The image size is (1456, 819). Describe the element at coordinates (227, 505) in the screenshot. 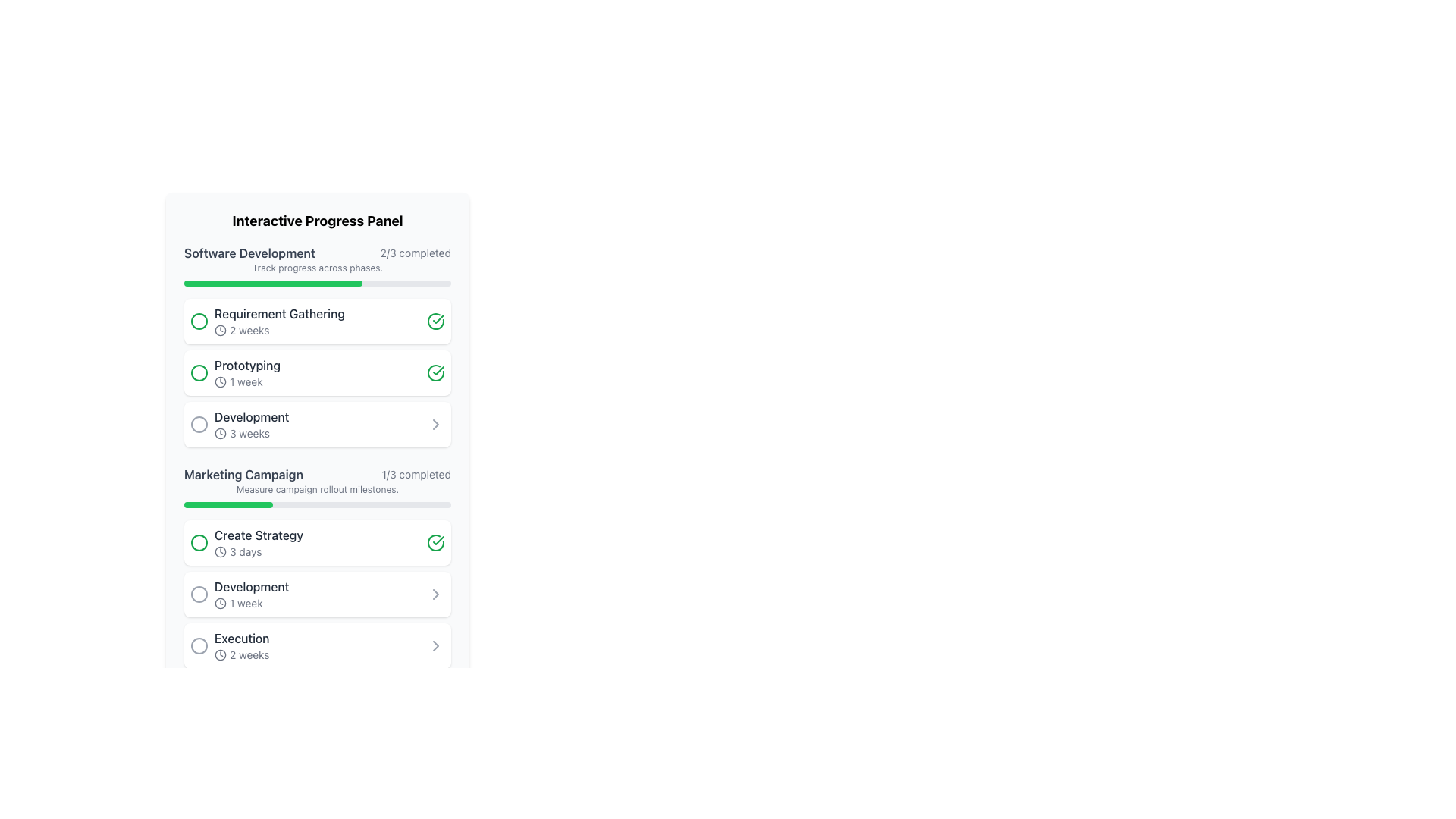

I see `the green progress bar indicating 33% completion located below the 'Marketing Campaign' section heading` at that location.